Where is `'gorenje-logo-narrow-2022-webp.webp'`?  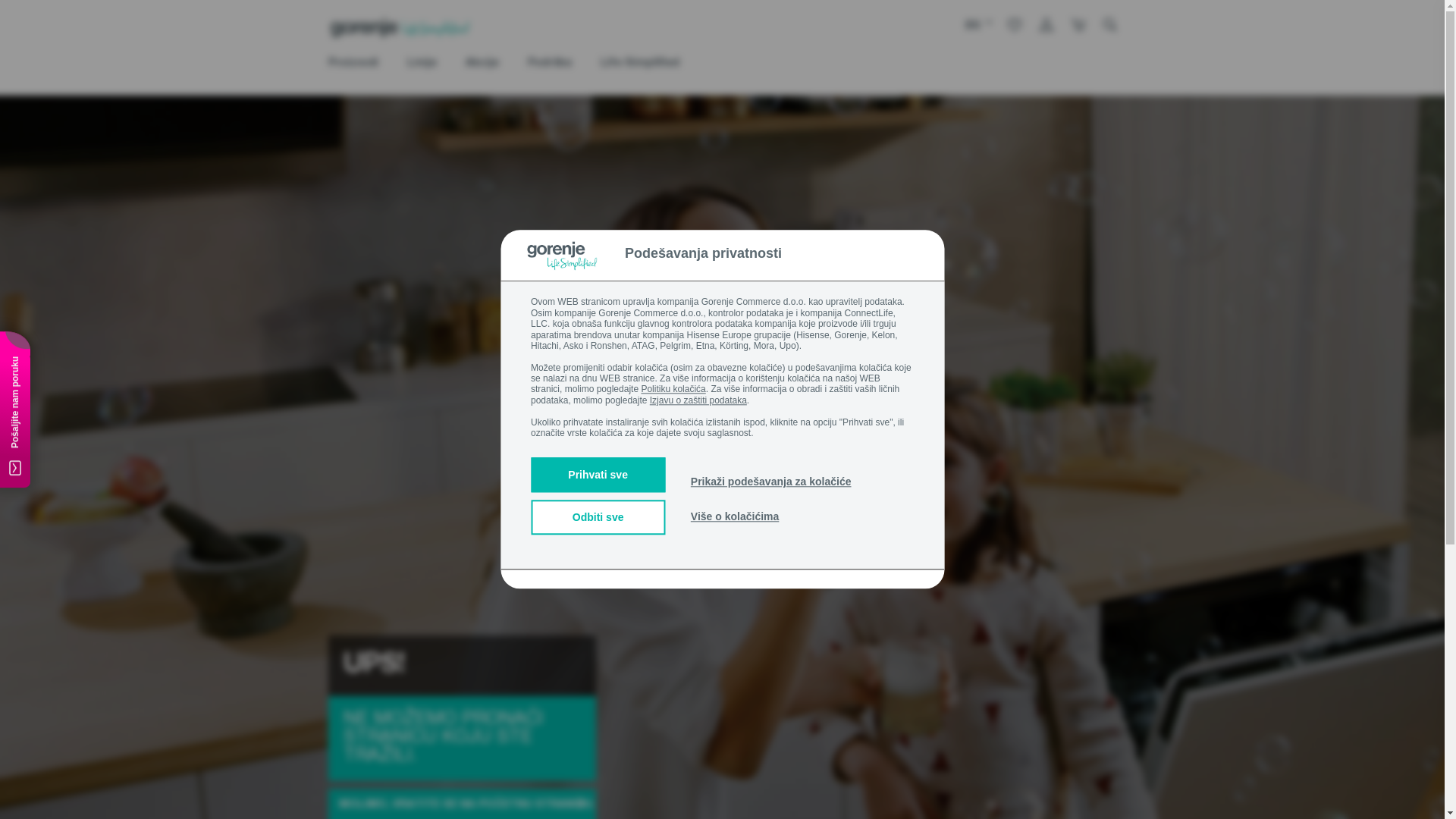
'gorenje-logo-narrow-2022-webp.webp' is located at coordinates (400, 28).